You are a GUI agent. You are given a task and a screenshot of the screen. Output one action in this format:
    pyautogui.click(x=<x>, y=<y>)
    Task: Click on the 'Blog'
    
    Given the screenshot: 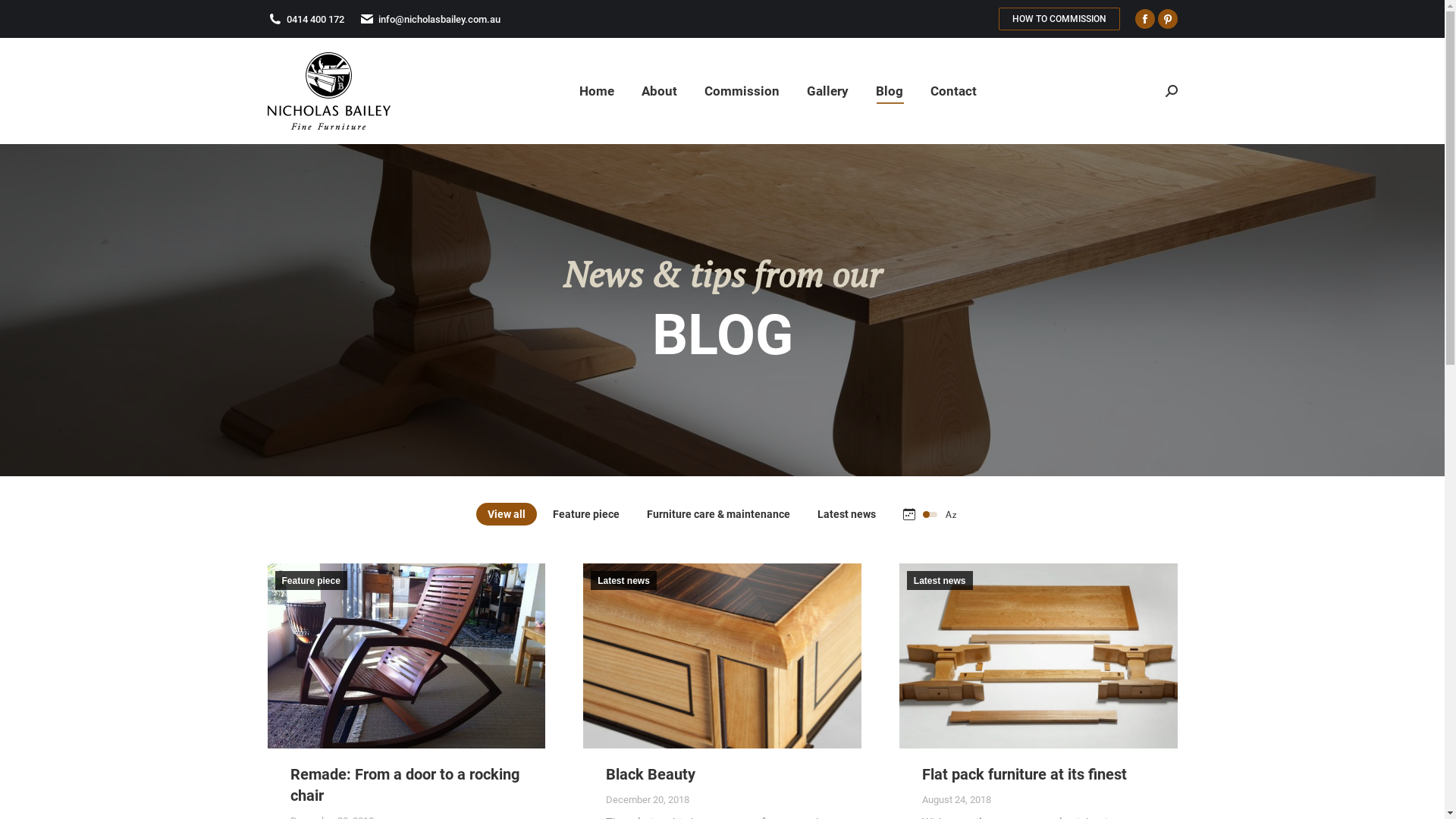 What is the action you would take?
    pyautogui.click(x=888, y=90)
    